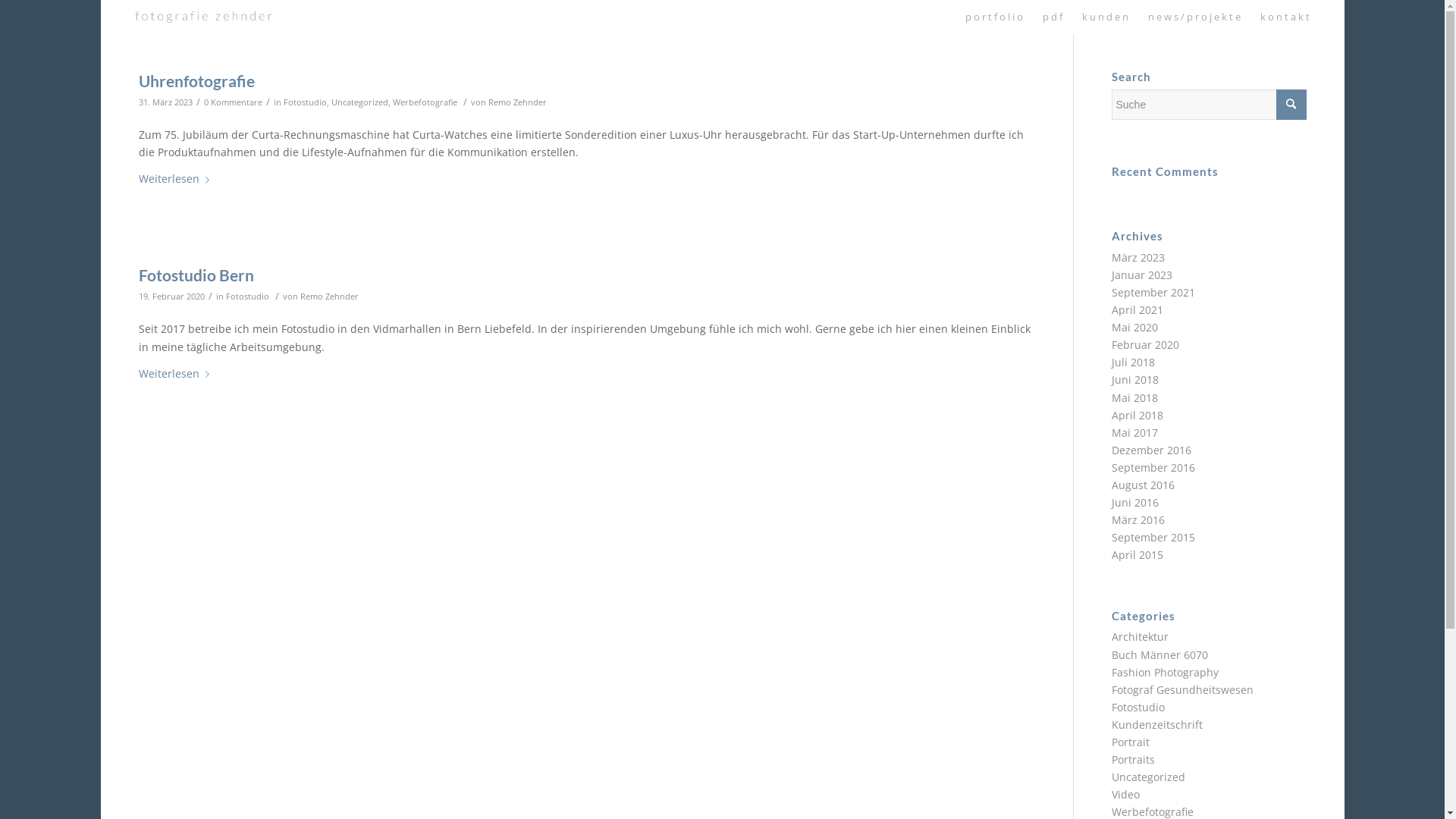  Describe the element at coordinates (195, 80) in the screenshot. I see `'Uhrenfotografie'` at that location.